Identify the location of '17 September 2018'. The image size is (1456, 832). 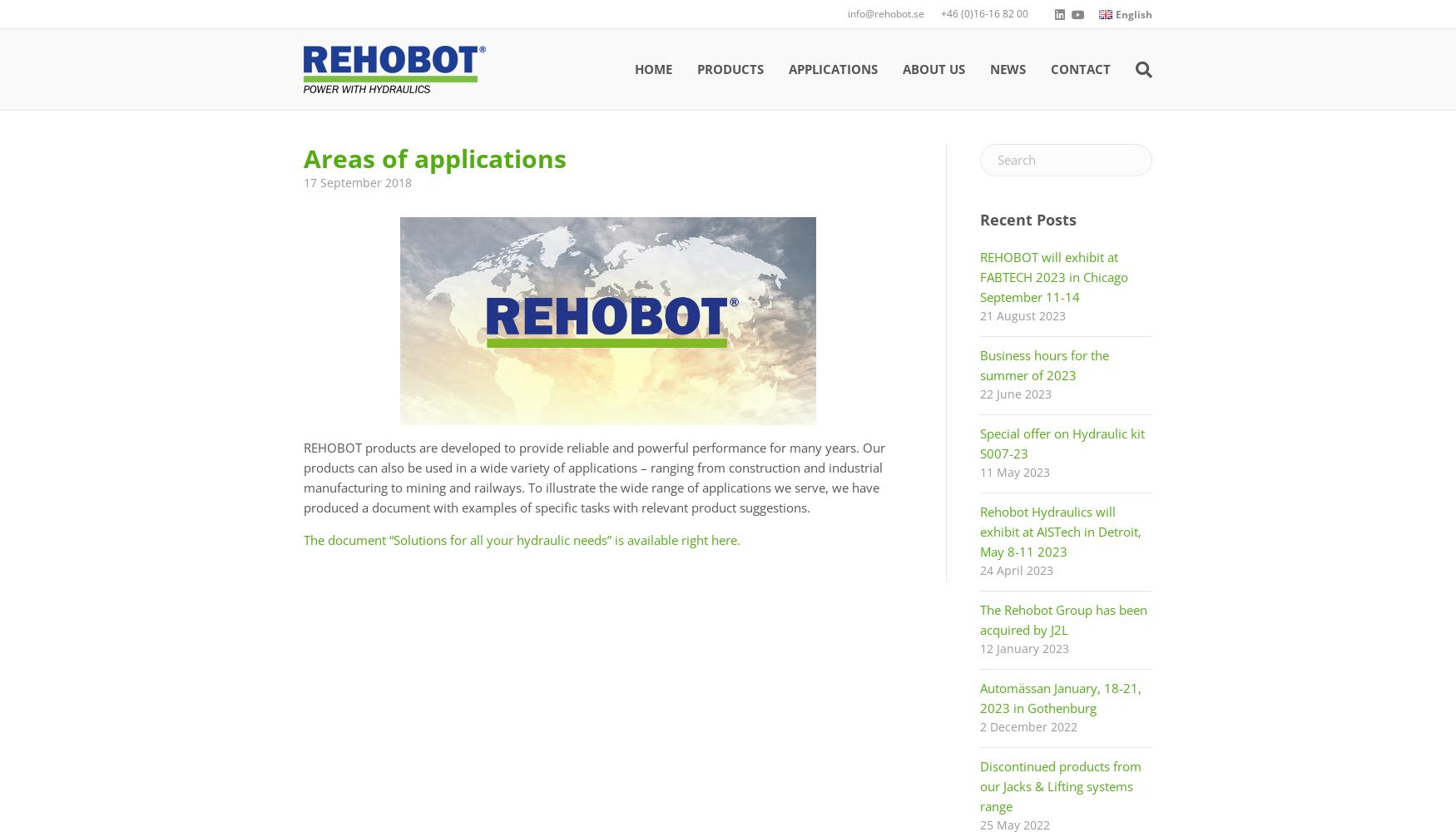
(356, 181).